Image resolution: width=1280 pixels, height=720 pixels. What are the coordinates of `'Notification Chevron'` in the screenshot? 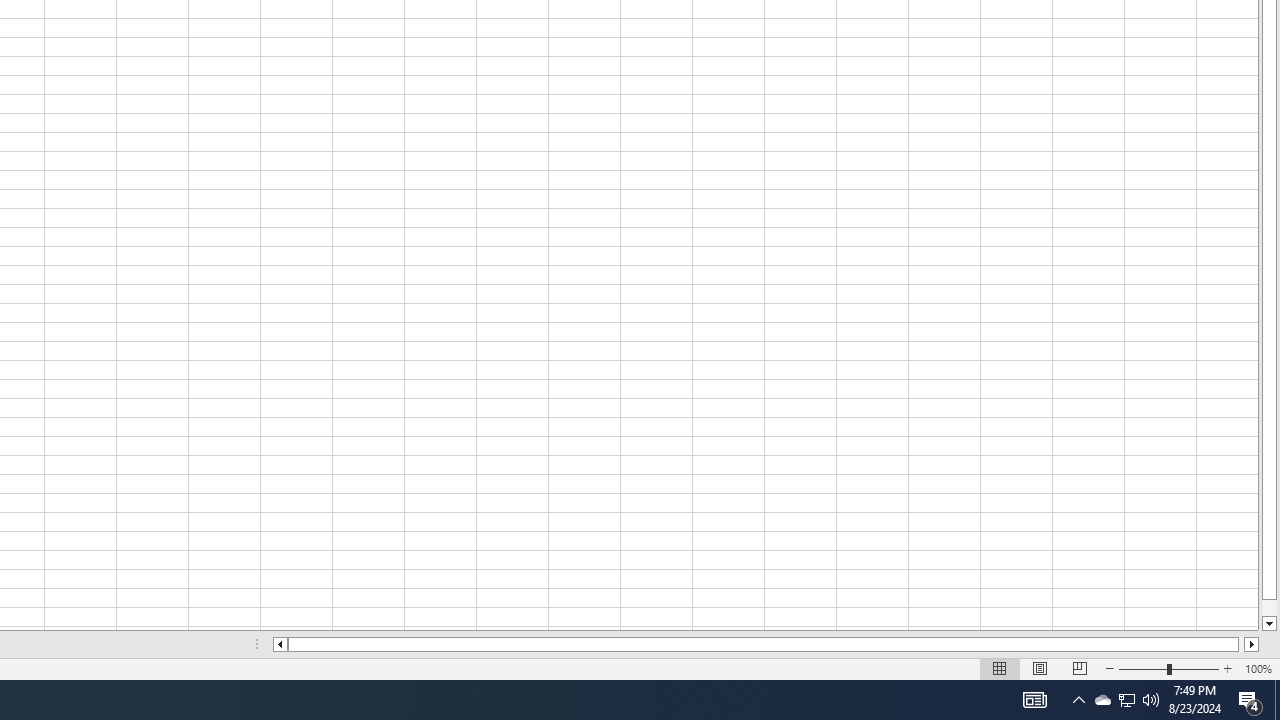 It's located at (1078, 698).